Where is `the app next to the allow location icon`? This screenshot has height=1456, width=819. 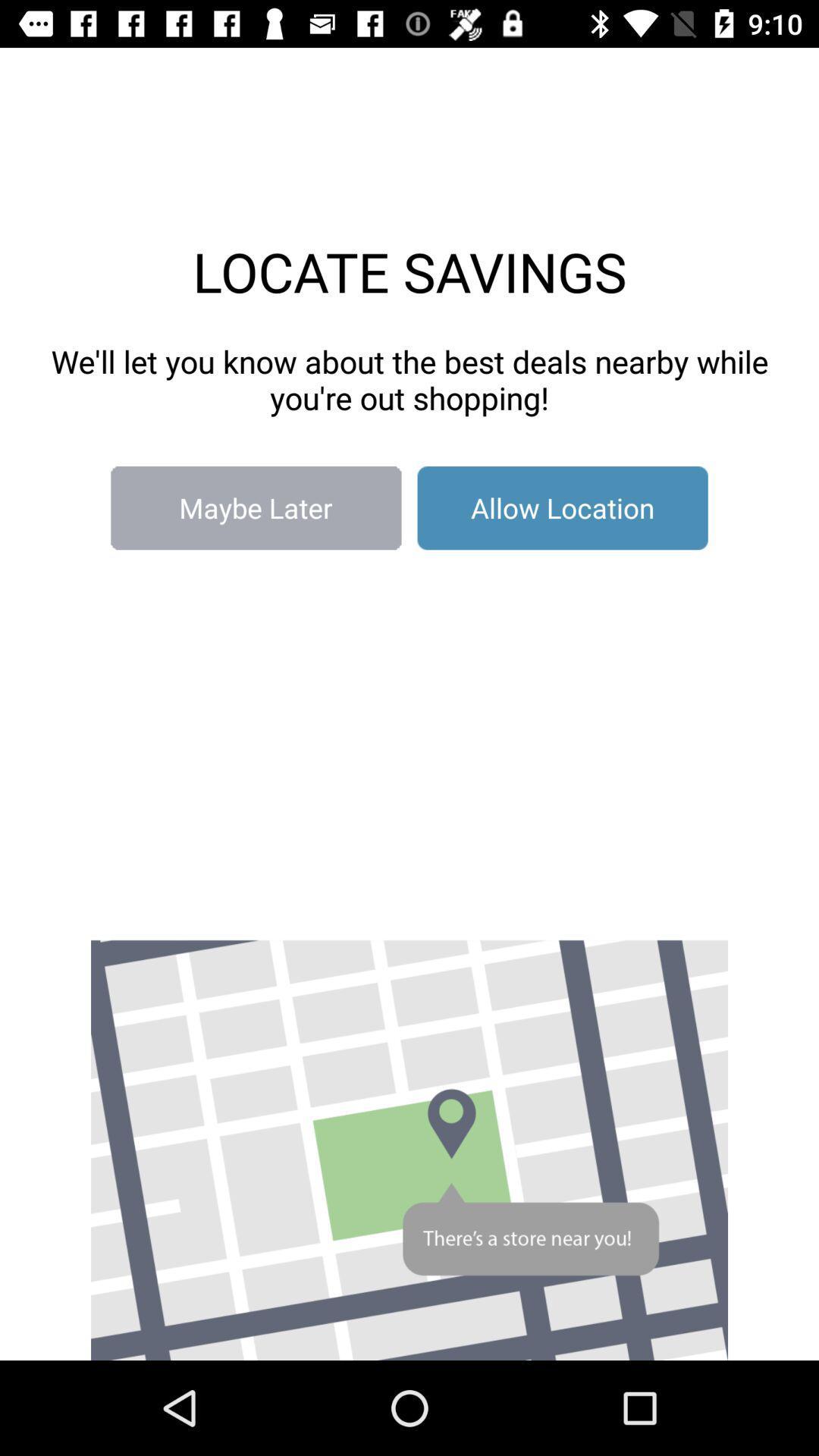 the app next to the allow location icon is located at coordinates (255, 508).